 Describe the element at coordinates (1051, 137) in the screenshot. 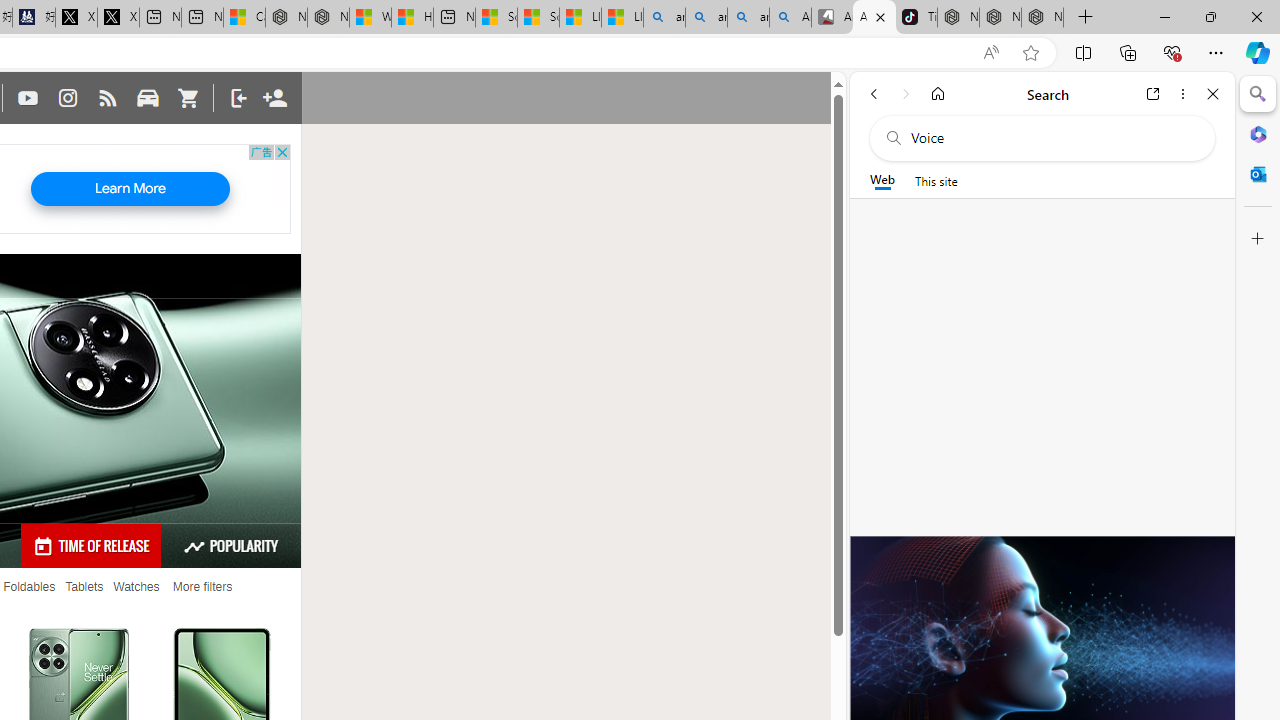

I see `'Search the web'` at that location.